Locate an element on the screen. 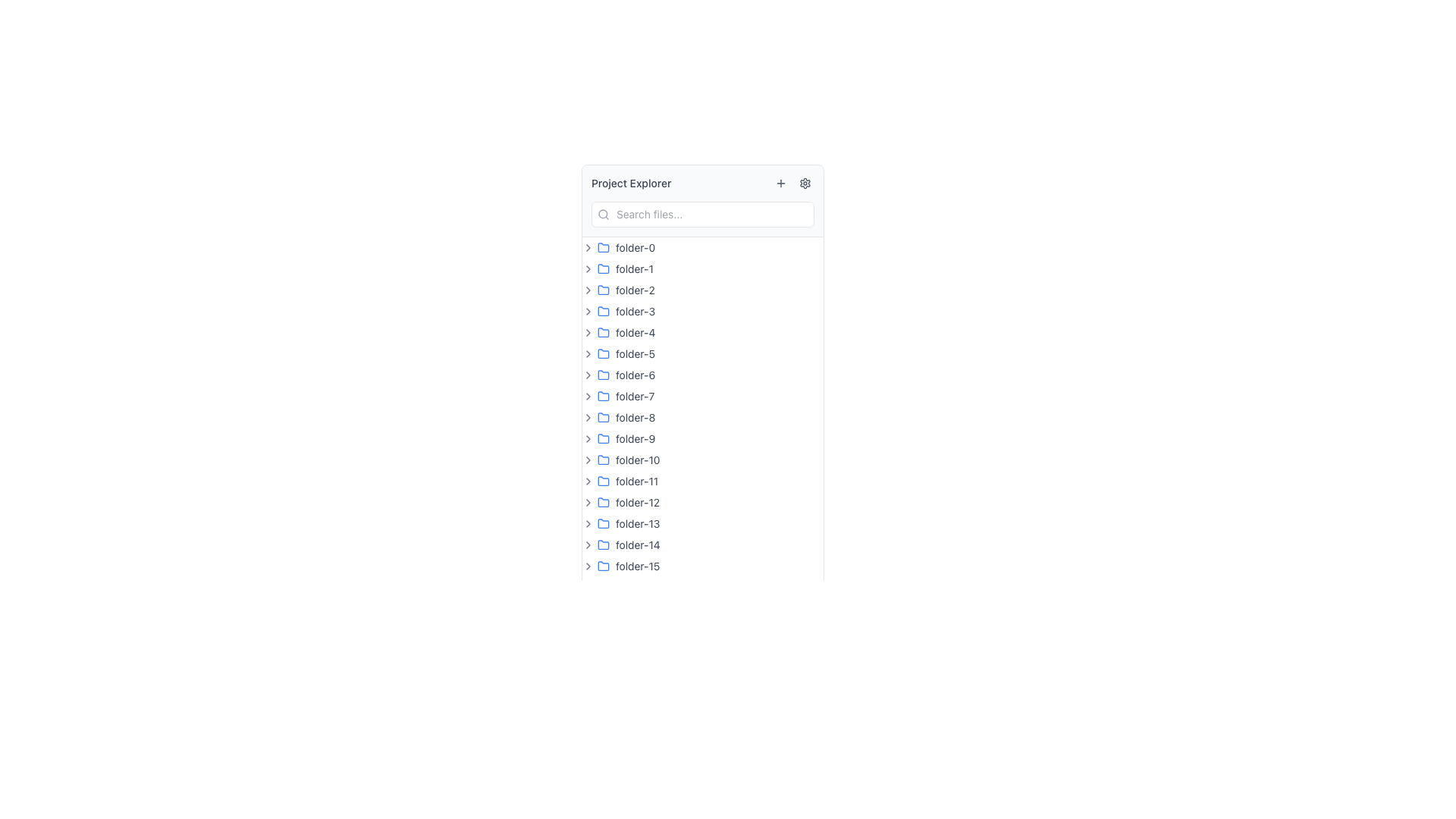 The height and width of the screenshot is (819, 1456). the Icon Button is located at coordinates (588, 353).